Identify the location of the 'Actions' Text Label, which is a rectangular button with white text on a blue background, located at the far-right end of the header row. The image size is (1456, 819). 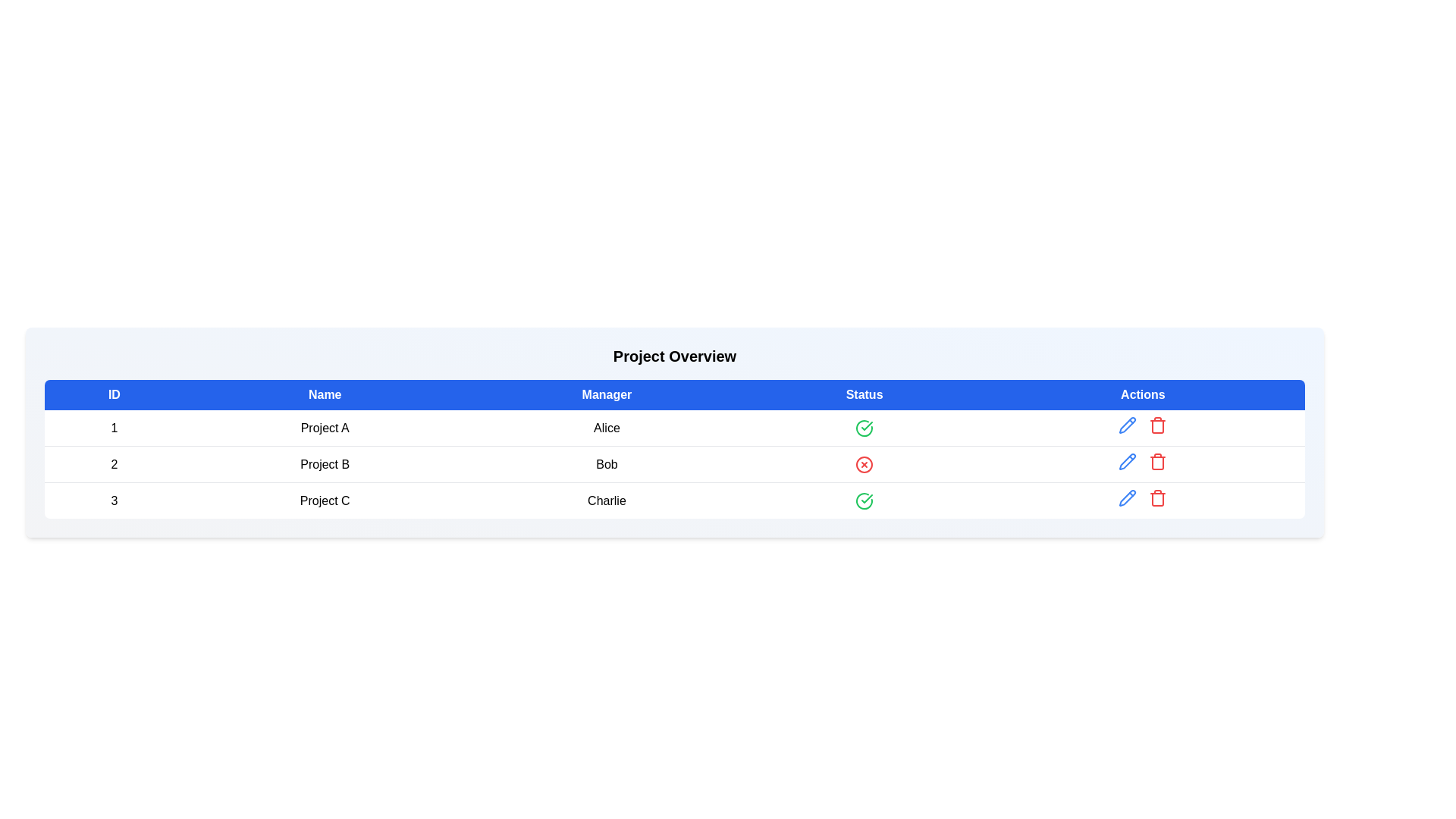
(1143, 394).